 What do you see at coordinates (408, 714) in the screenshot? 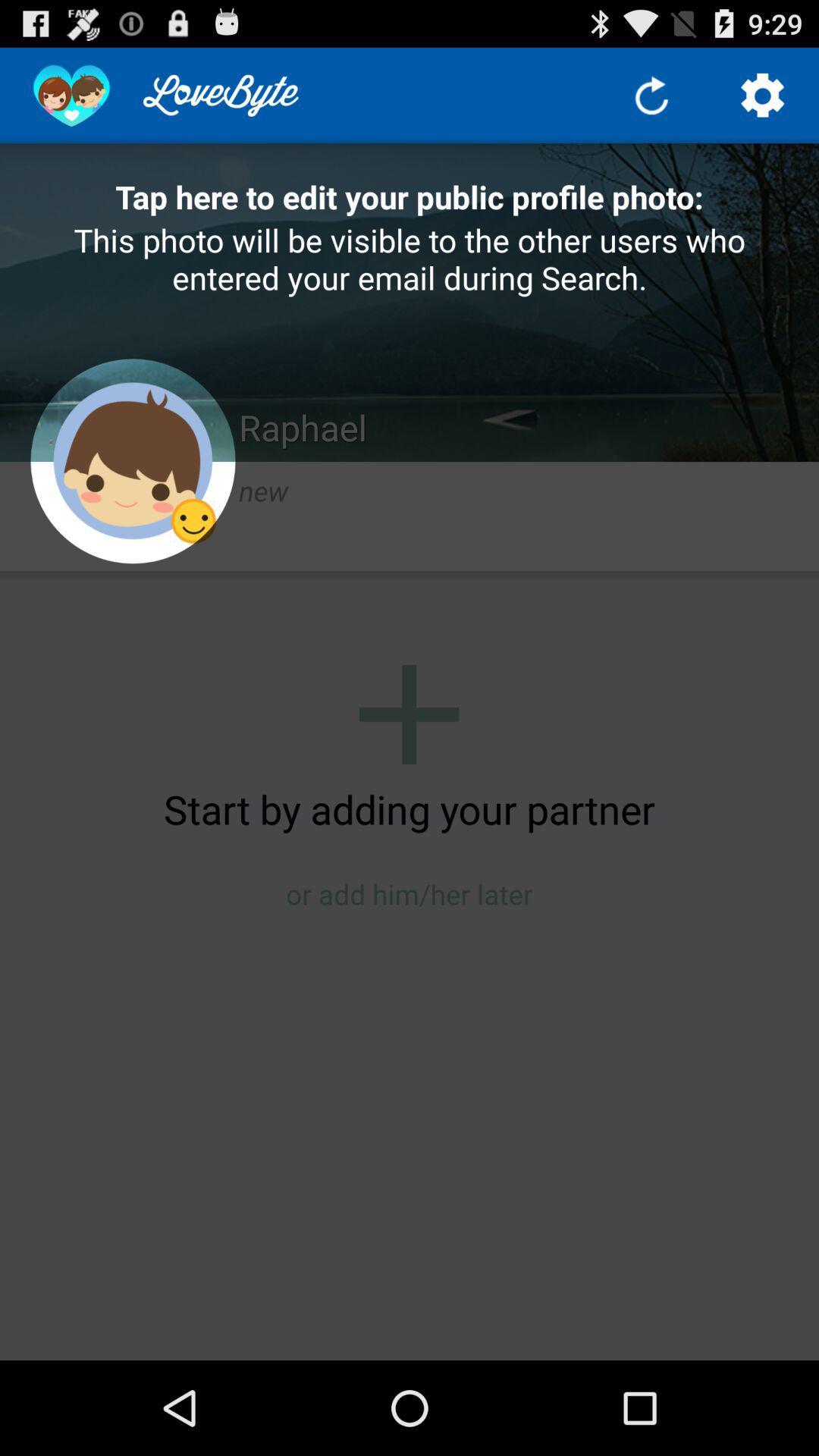
I see `button` at bounding box center [408, 714].